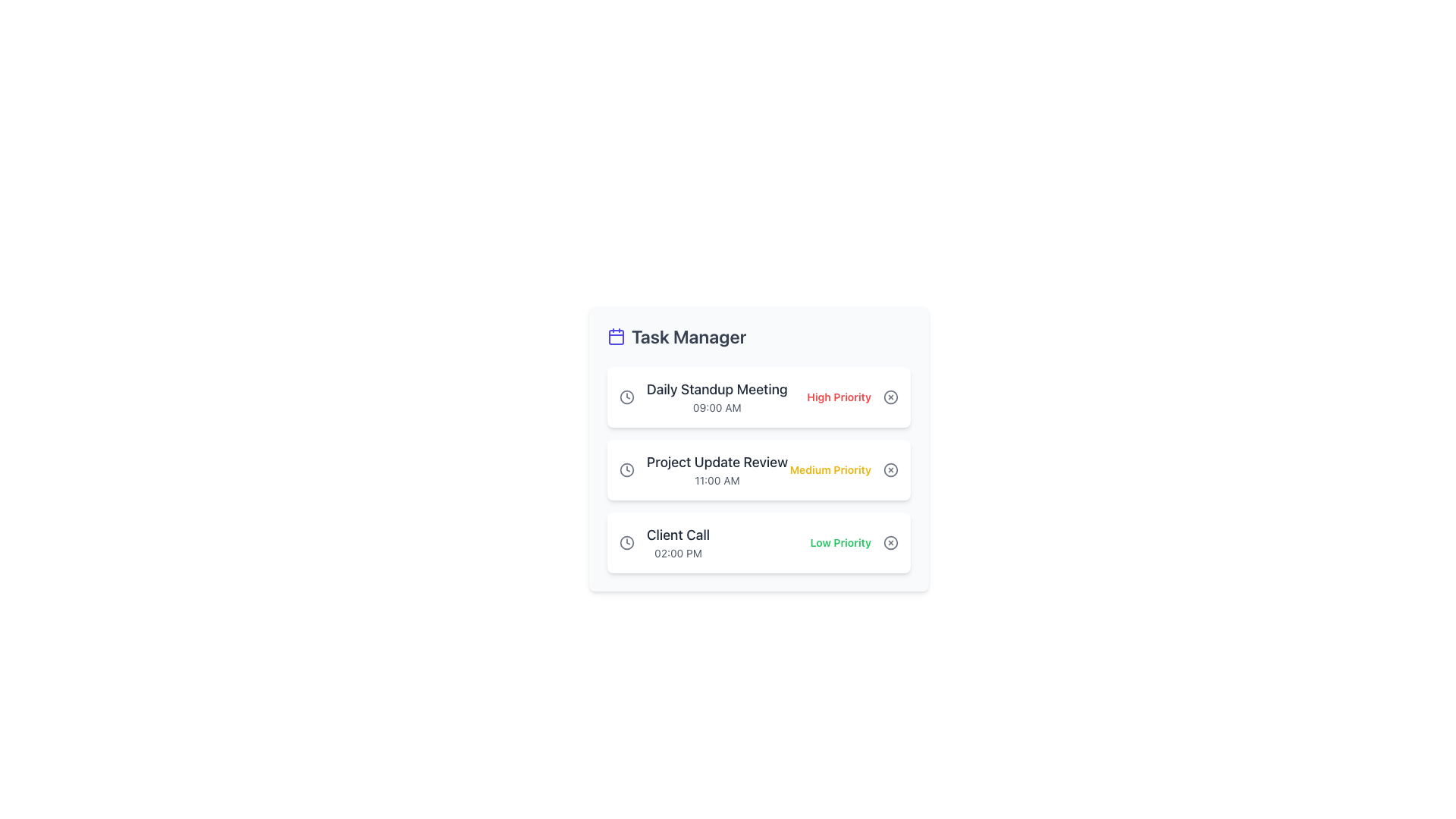  I want to click on the circular icon with a crossing line in the center, located on the right side of the 'Client Call' task entry in the 'Task Manager' interface, so click(891, 542).